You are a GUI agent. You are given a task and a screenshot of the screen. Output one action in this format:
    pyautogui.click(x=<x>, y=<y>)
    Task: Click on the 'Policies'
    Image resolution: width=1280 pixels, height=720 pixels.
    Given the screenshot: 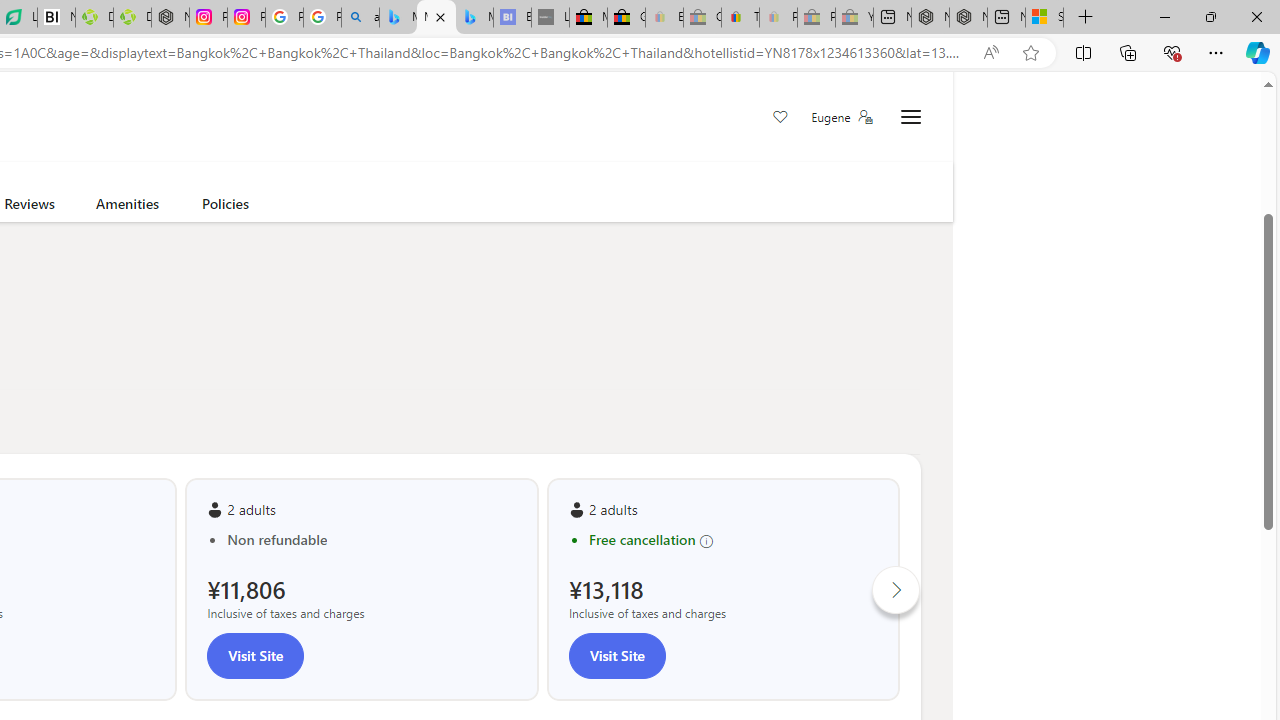 What is the action you would take?
    pyautogui.click(x=225, y=207)
    